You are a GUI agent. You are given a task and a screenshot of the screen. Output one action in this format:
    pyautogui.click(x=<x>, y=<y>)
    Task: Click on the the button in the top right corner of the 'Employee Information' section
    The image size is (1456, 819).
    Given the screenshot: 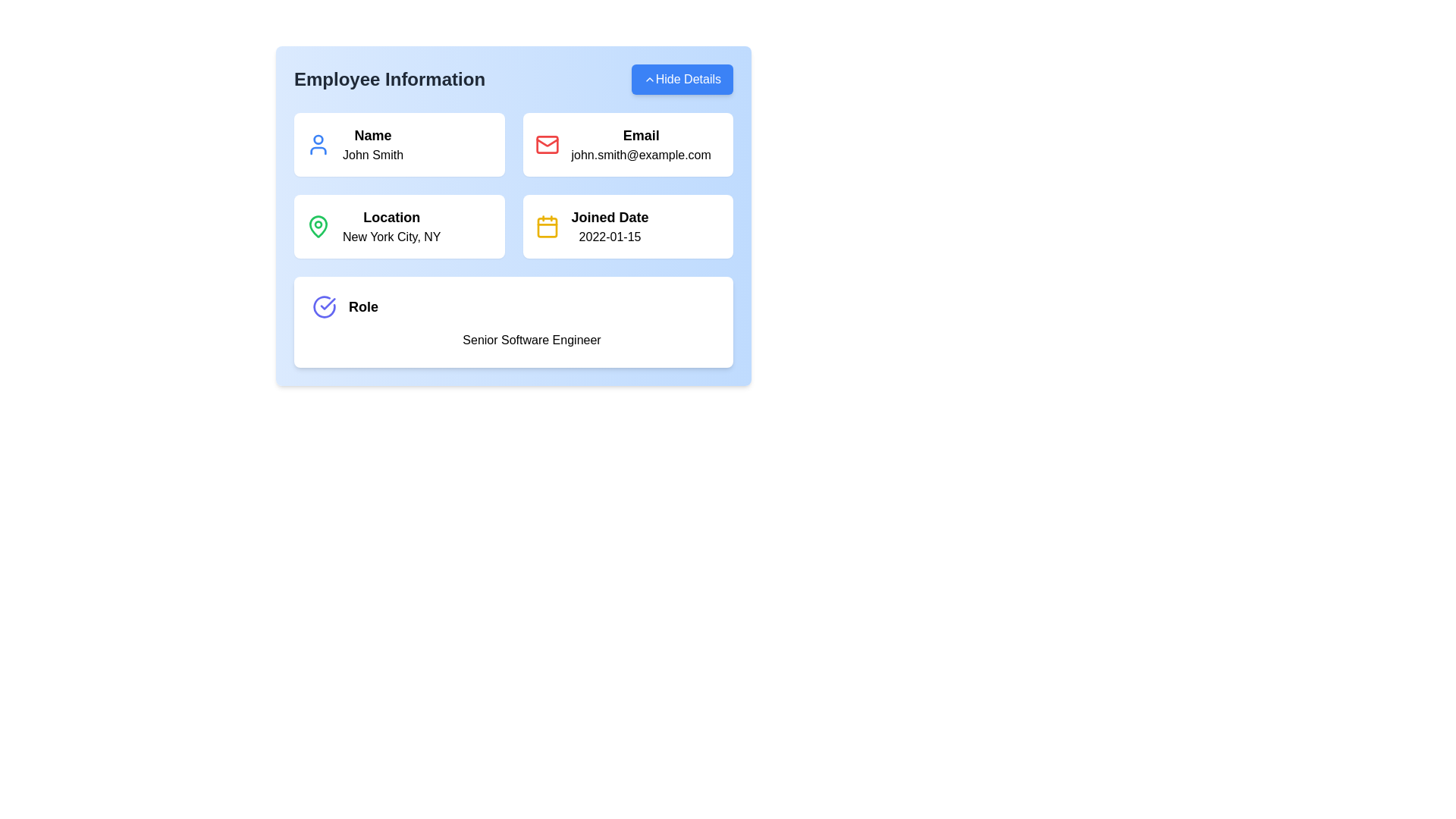 What is the action you would take?
    pyautogui.click(x=681, y=79)
    